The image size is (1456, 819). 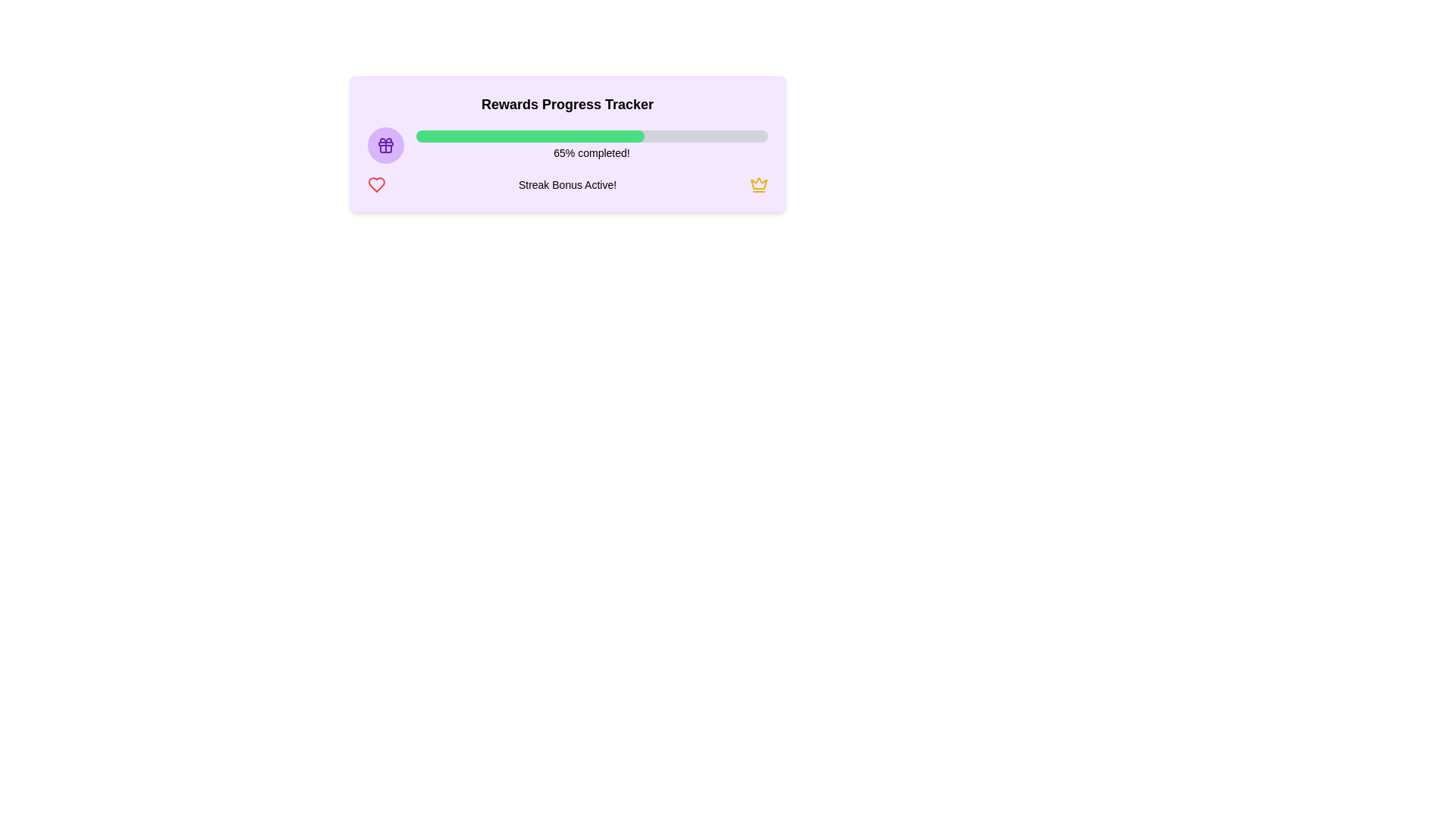 I want to click on the Decorative SVG shape, which is a rectangular element with rounded edges and a purple fill, positioned horizontally as part of a gift icon, so click(x=385, y=143).